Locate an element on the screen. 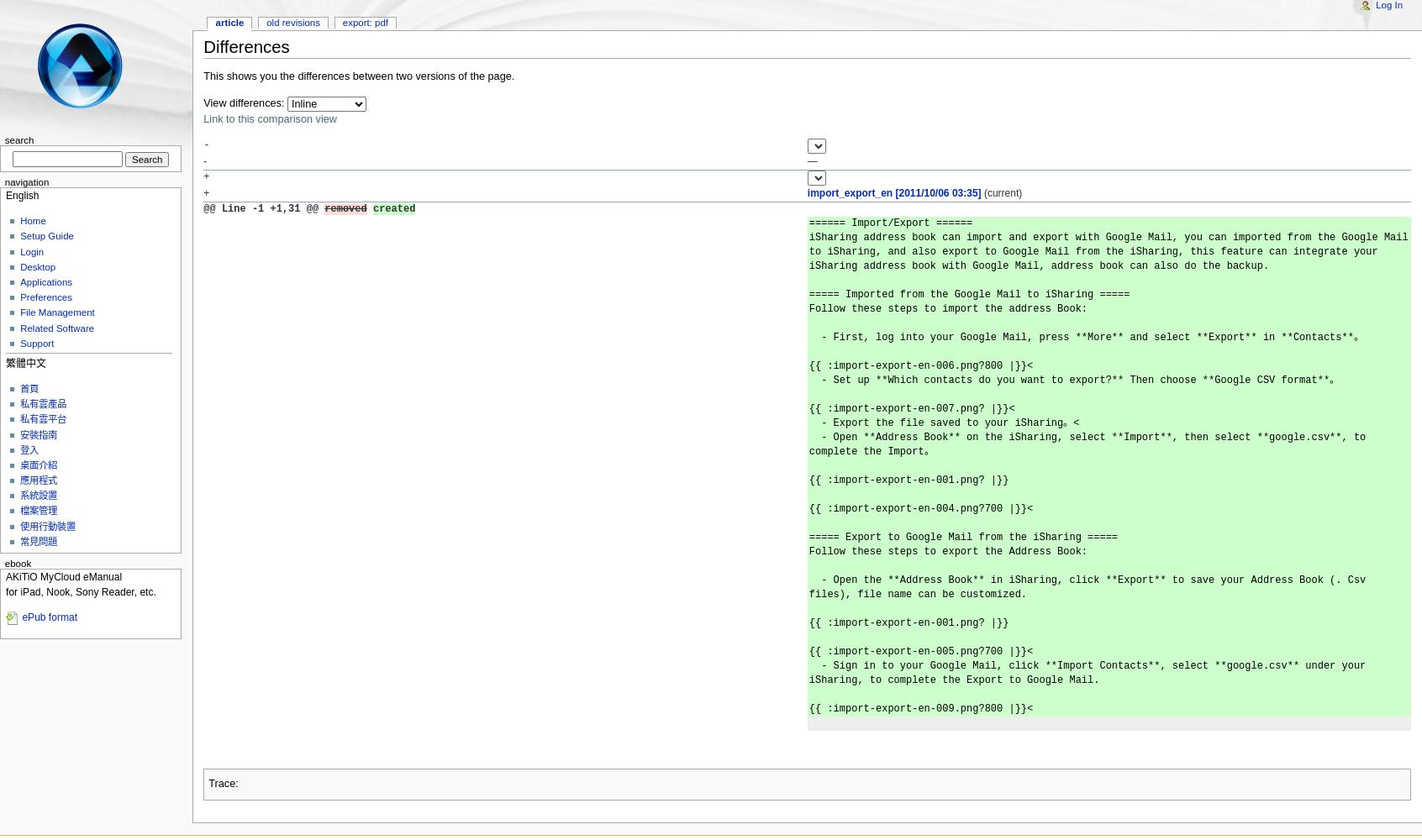 This screenshot has height=840, width=1422. '(current)' is located at coordinates (1000, 192).